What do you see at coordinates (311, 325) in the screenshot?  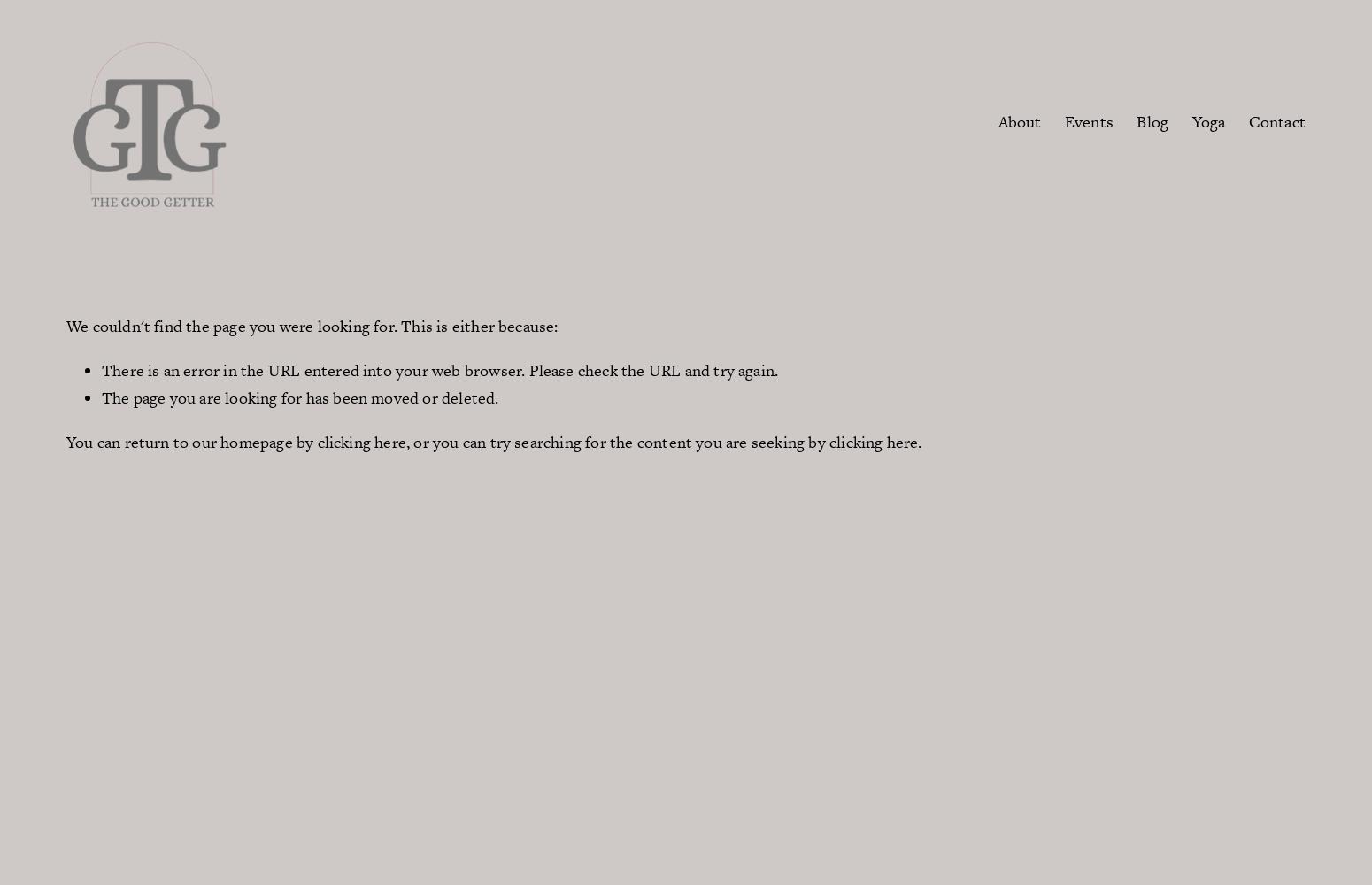 I see `'We couldn't find the page you were looking for. This is either because:'` at bounding box center [311, 325].